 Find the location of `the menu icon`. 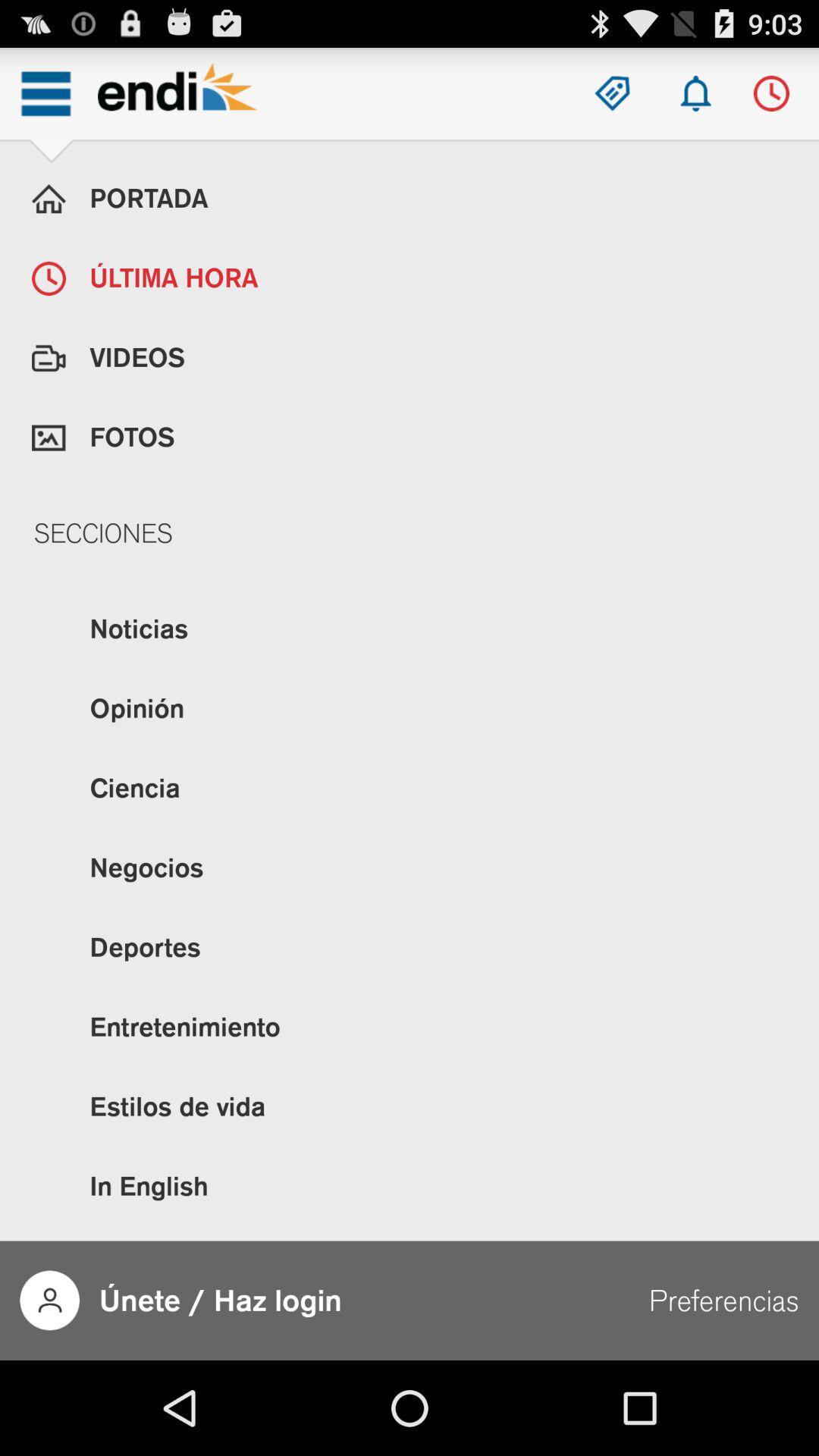

the menu icon is located at coordinates (45, 99).